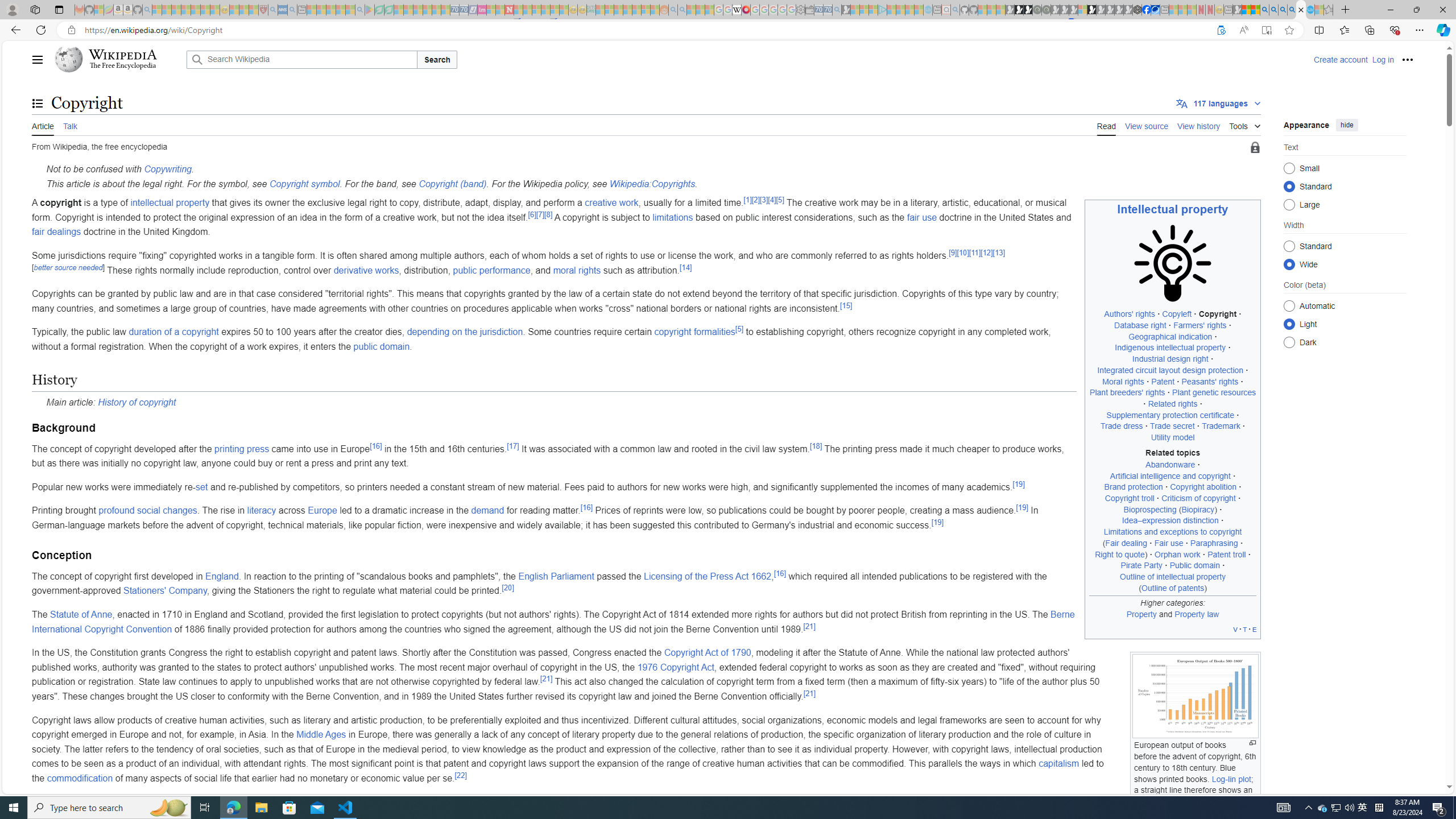 The width and height of the screenshot is (1456, 819). I want to click on 'Small', so click(1289, 167).